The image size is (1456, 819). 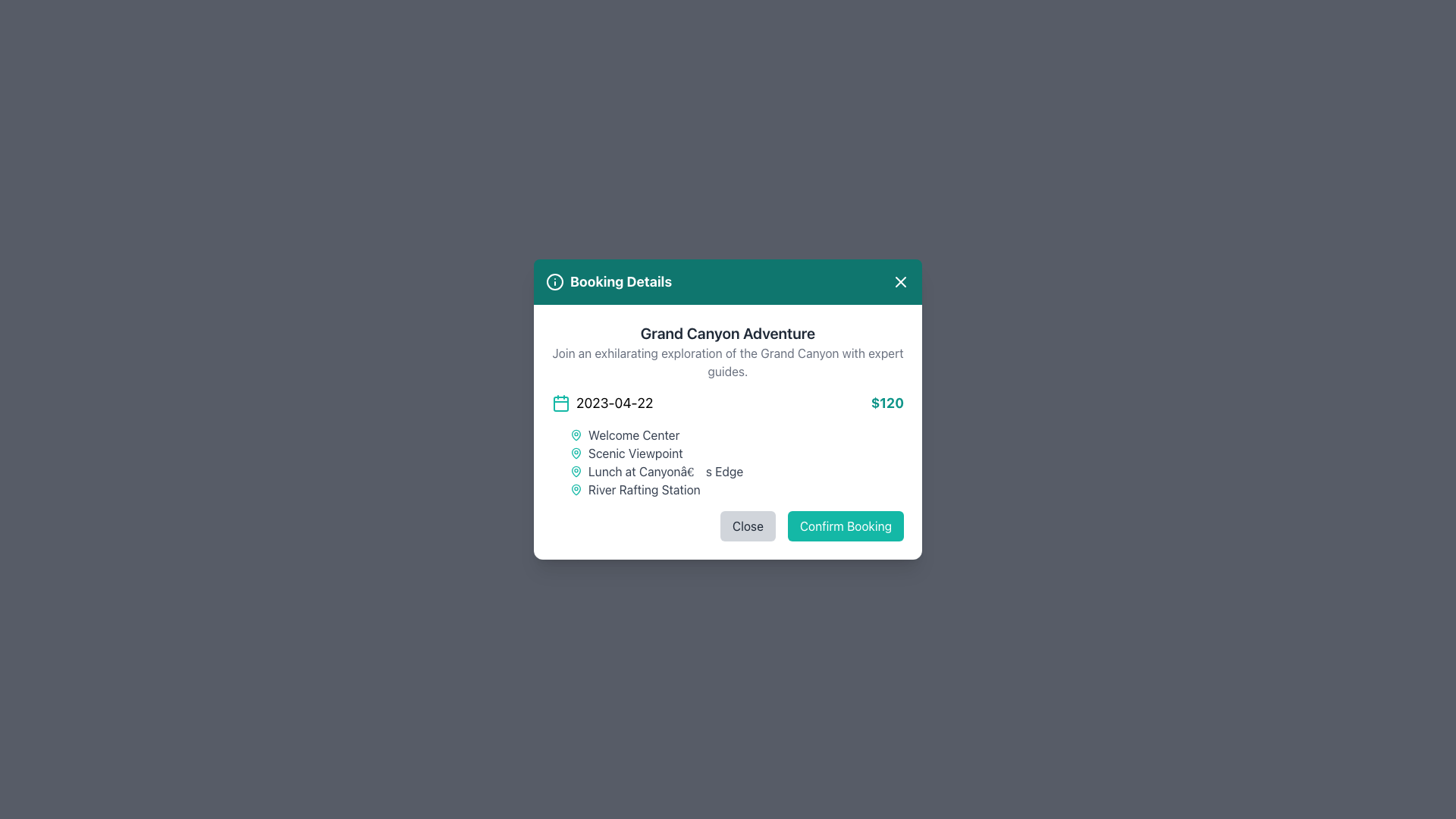 I want to click on the calendar icon located to the left of the date text '2023-04-22' in the 'Booking Details' modal, so click(x=560, y=403).